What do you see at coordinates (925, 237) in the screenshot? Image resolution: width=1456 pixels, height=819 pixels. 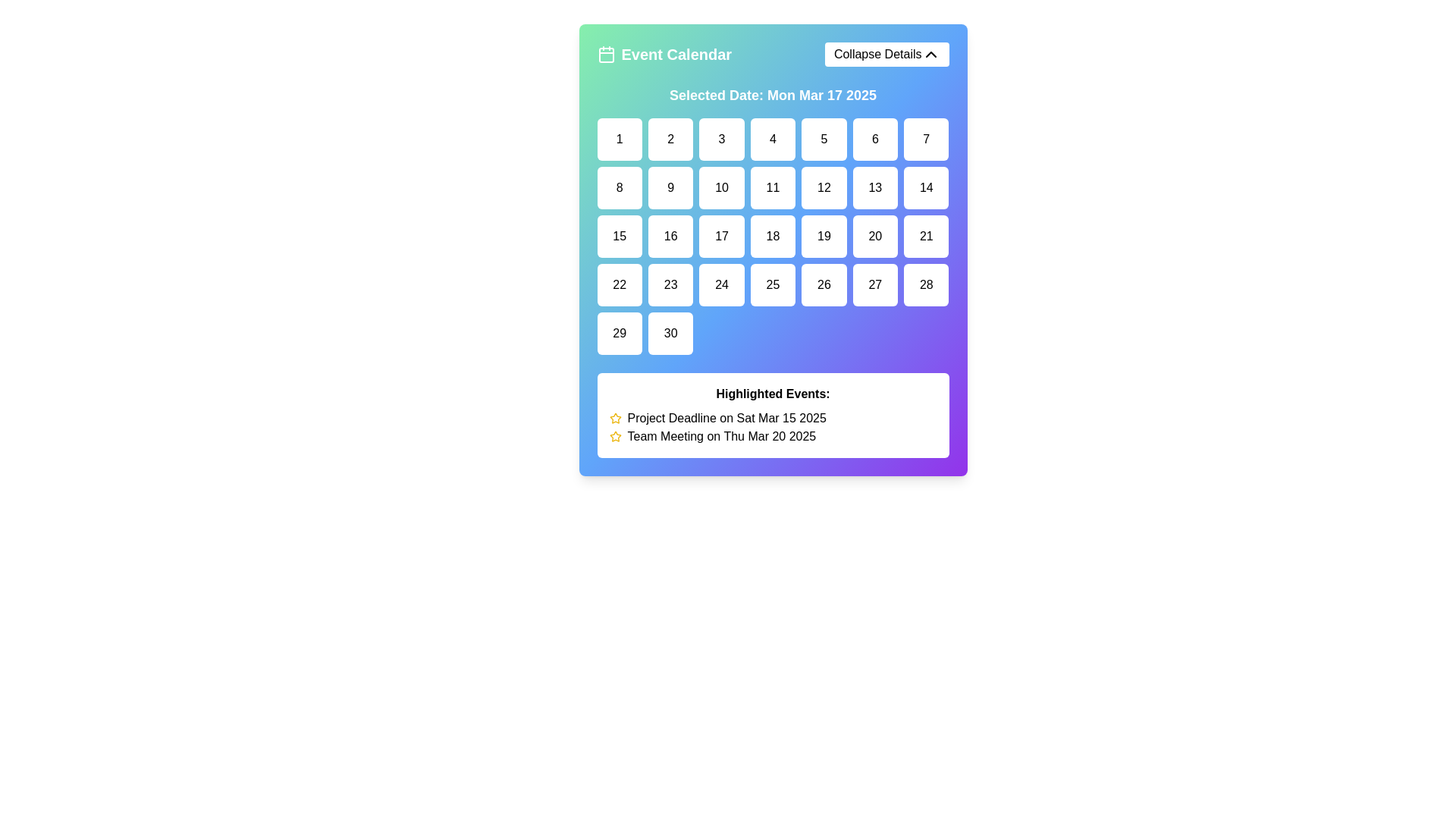 I see `the calendar day button representing the 21st of the month located in the last column of the third row of the calendar UI` at bounding box center [925, 237].